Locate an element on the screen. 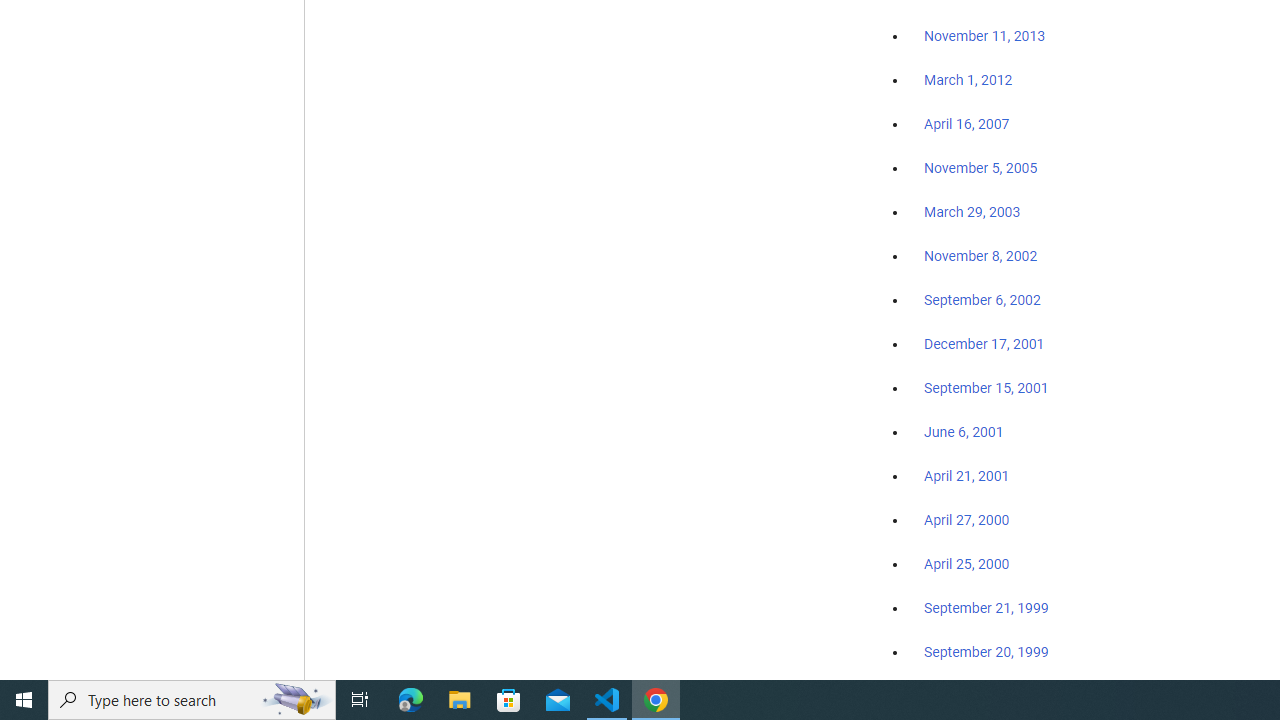 The width and height of the screenshot is (1280, 720). 'November 8, 2002' is located at coordinates (981, 255).